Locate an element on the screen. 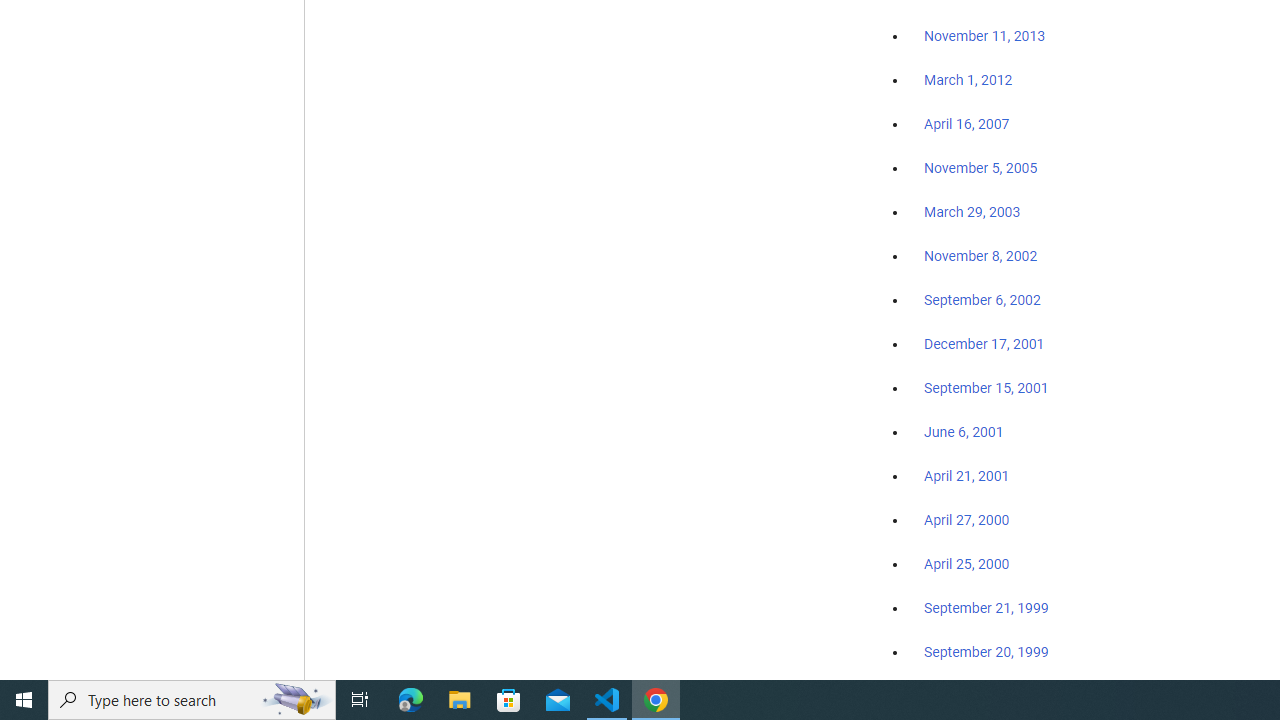 The width and height of the screenshot is (1280, 720). 'November 8, 2002' is located at coordinates (981, 255).